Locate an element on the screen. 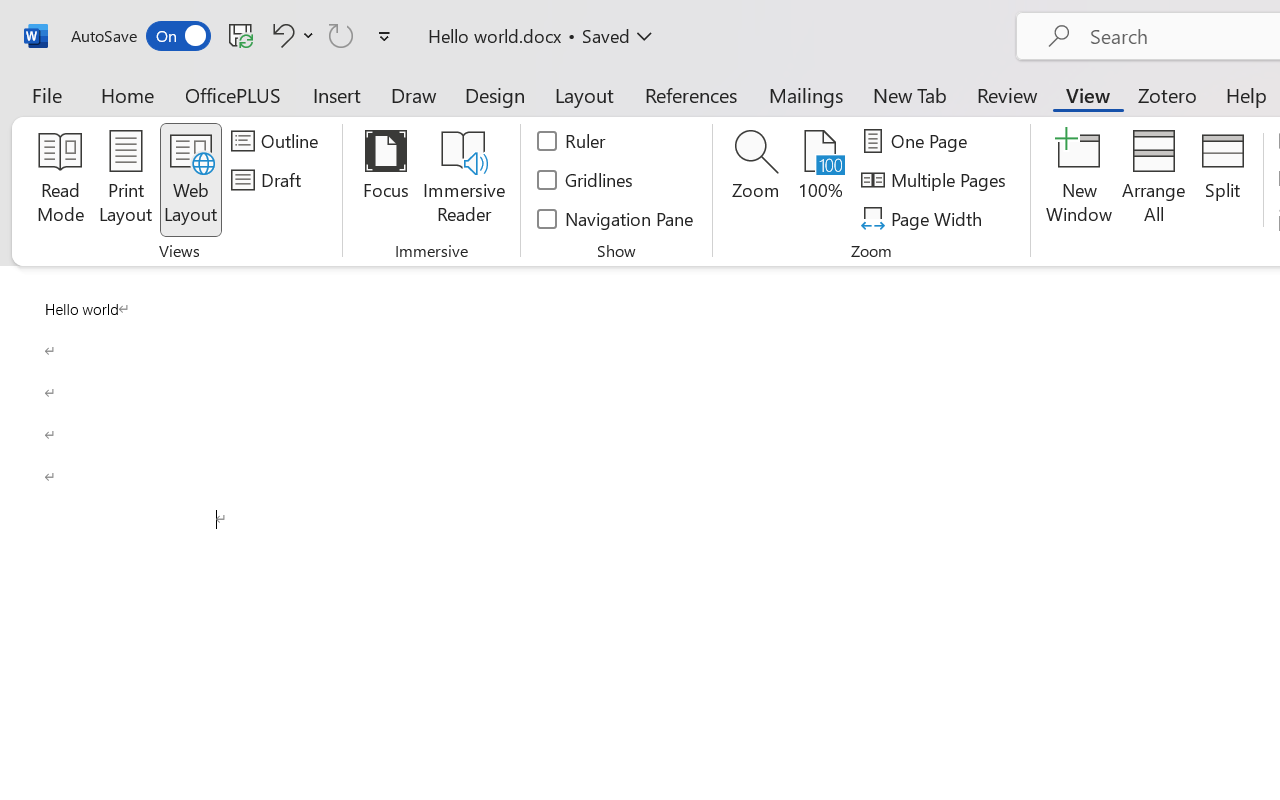  'Can' is located at coordinates (341, 34).